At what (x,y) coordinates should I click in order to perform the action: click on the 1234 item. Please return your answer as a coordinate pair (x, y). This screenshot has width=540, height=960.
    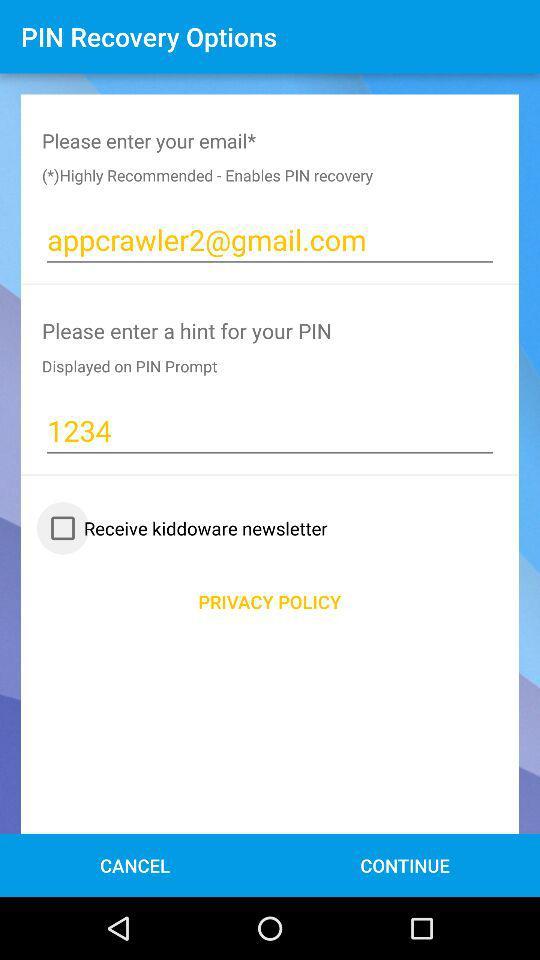
    Looking at the image, I should click on (270, 430).